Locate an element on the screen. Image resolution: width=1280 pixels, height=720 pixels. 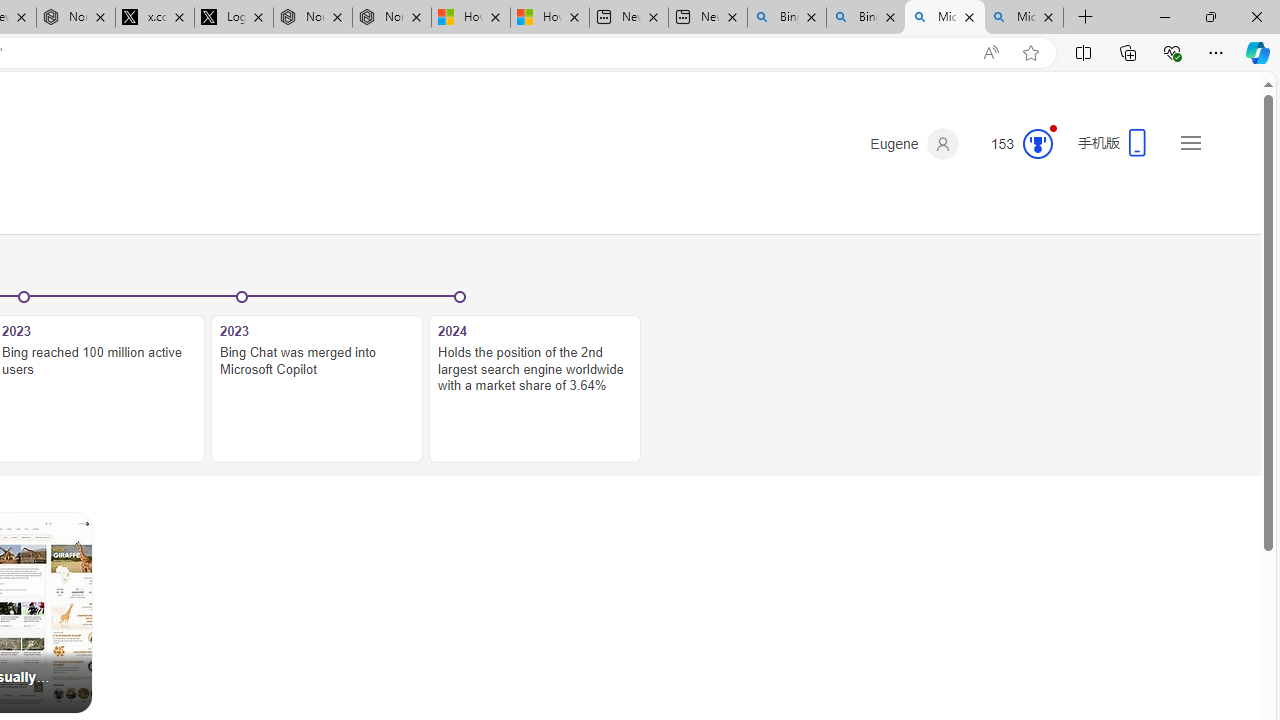
'Microsoft Rewards 153' is located at coordinates (1014, 143).